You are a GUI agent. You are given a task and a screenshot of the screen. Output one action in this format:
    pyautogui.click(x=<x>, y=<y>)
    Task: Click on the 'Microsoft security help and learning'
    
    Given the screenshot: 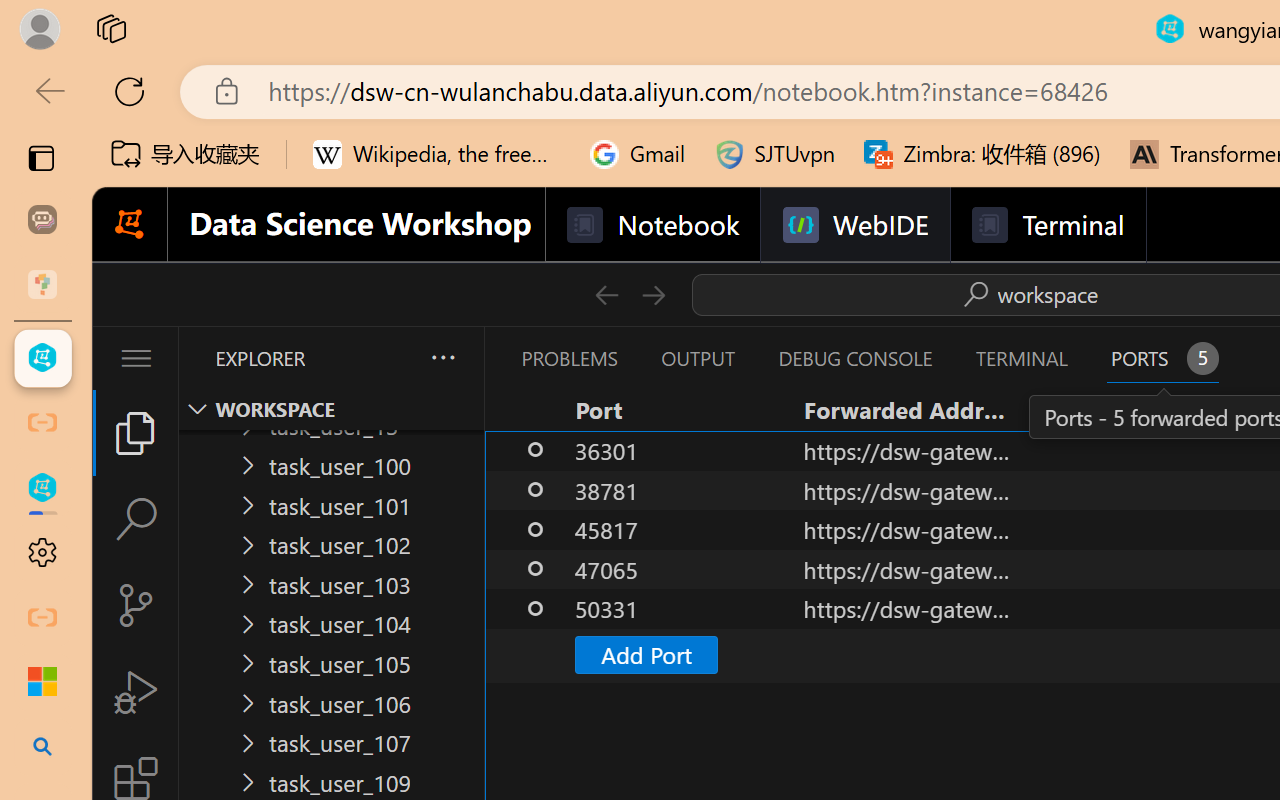 What is the action you would take?
    pyautogui.click(x=42, y=682)
    